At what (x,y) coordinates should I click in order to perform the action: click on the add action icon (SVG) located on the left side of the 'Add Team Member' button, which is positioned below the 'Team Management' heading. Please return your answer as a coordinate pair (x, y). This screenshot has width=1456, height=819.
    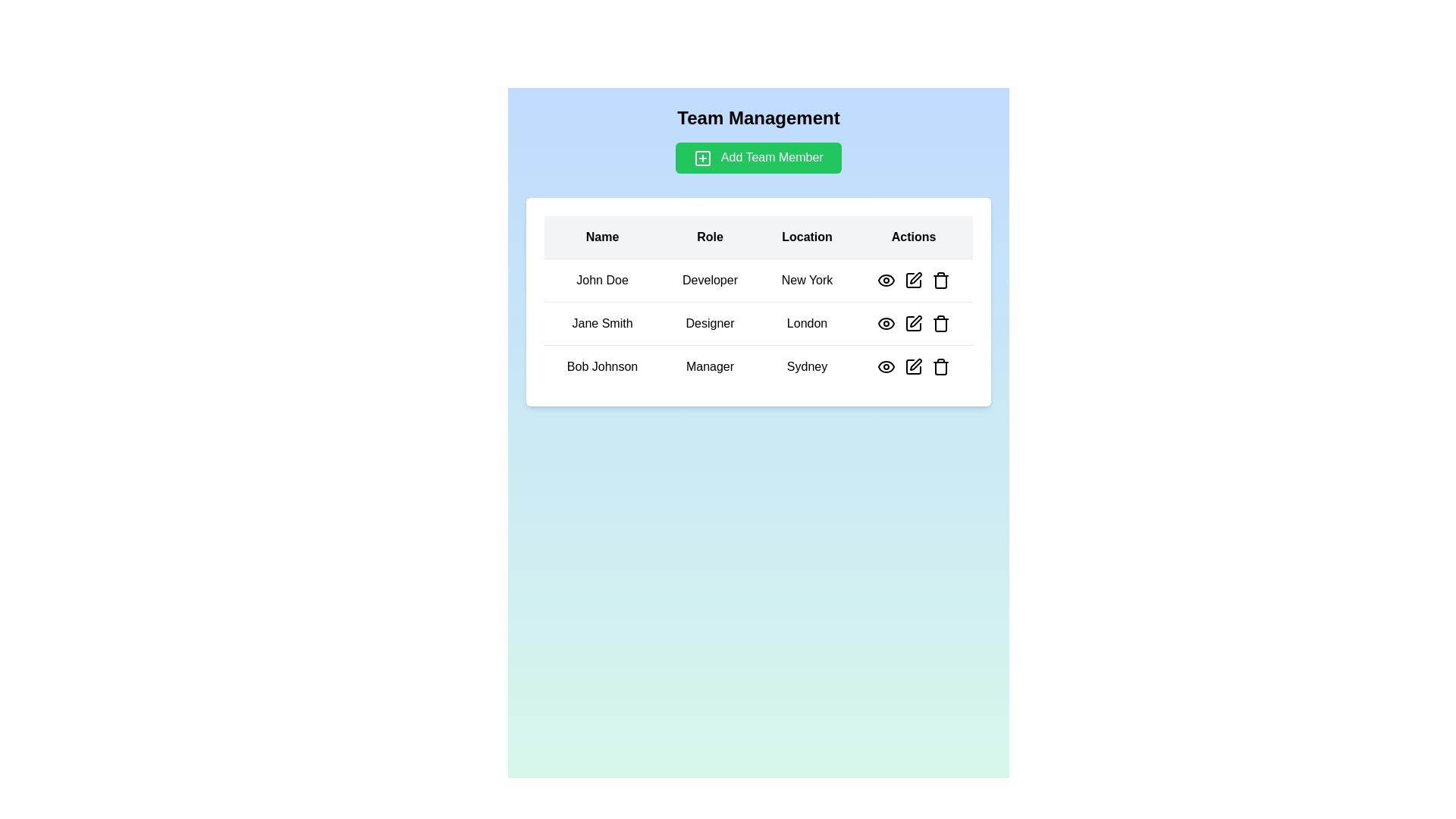
    Looking at the image, I should click on (702, 158).